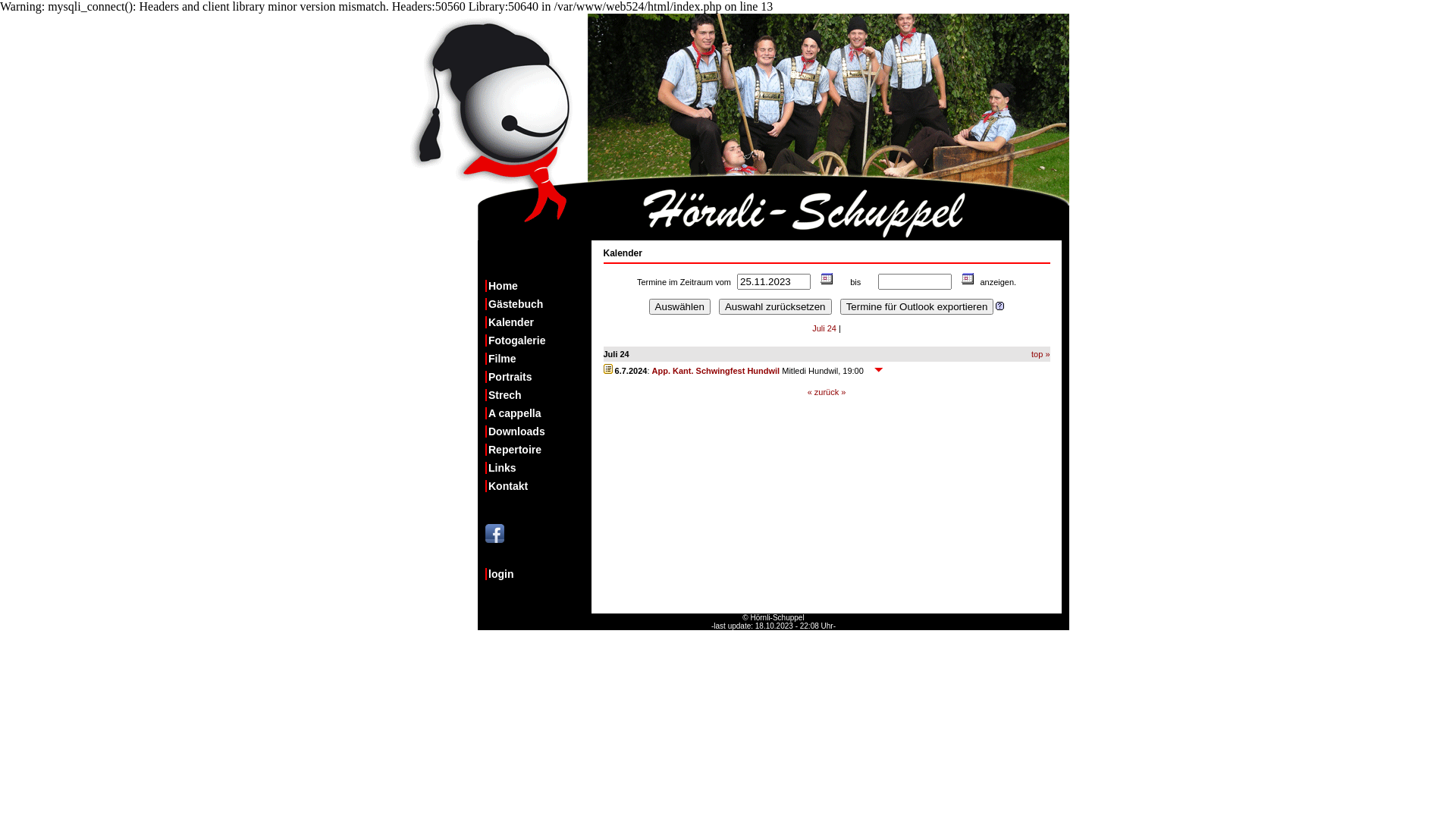 The width and height of the screenshot is (1456, 819). What do you see at coordinates (538, 321) in the screenshot?
I see `'Kalender'` at bounding box center [538, 321].